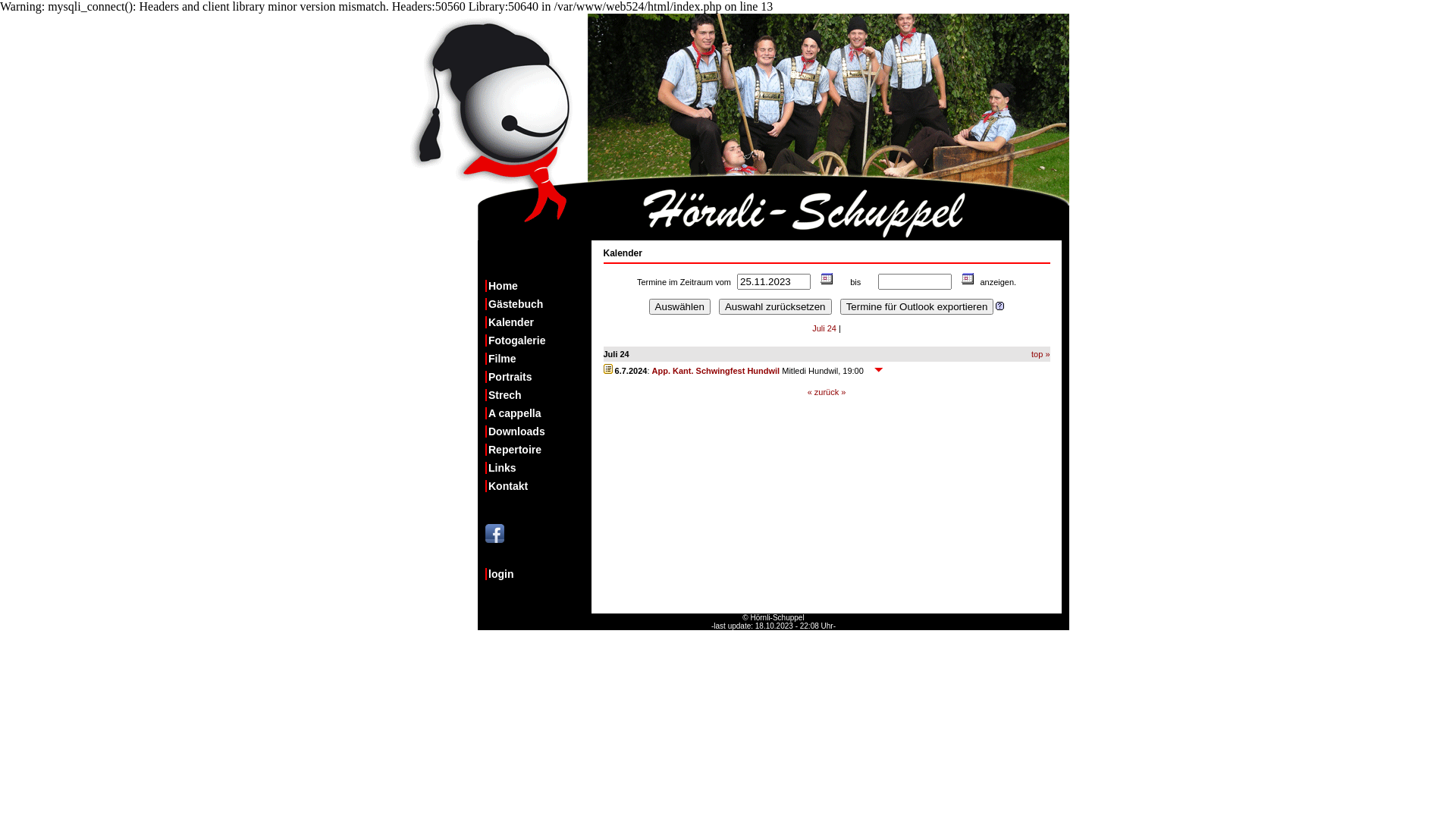 The width and height of the screenshot is (1456, 819). What do you see at coordinates (538, 321) in the screenshot?
I see `'Kalender'` at bounding box center [538, 321].